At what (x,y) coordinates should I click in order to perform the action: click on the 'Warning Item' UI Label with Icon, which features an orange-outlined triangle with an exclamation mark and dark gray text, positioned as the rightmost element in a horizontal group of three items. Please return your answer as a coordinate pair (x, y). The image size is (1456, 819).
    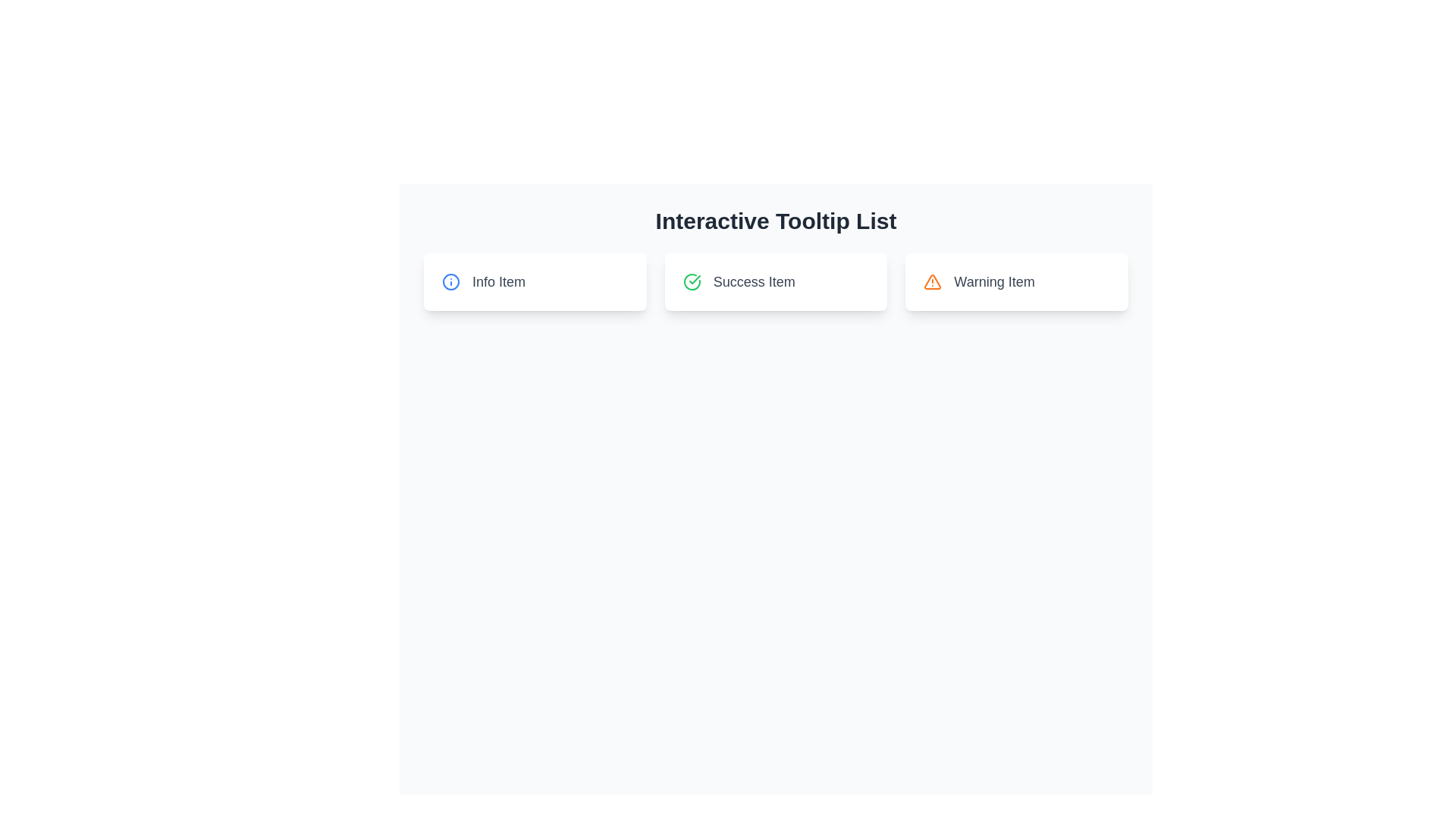
    Looking at the image, I should click on (1017, 281).